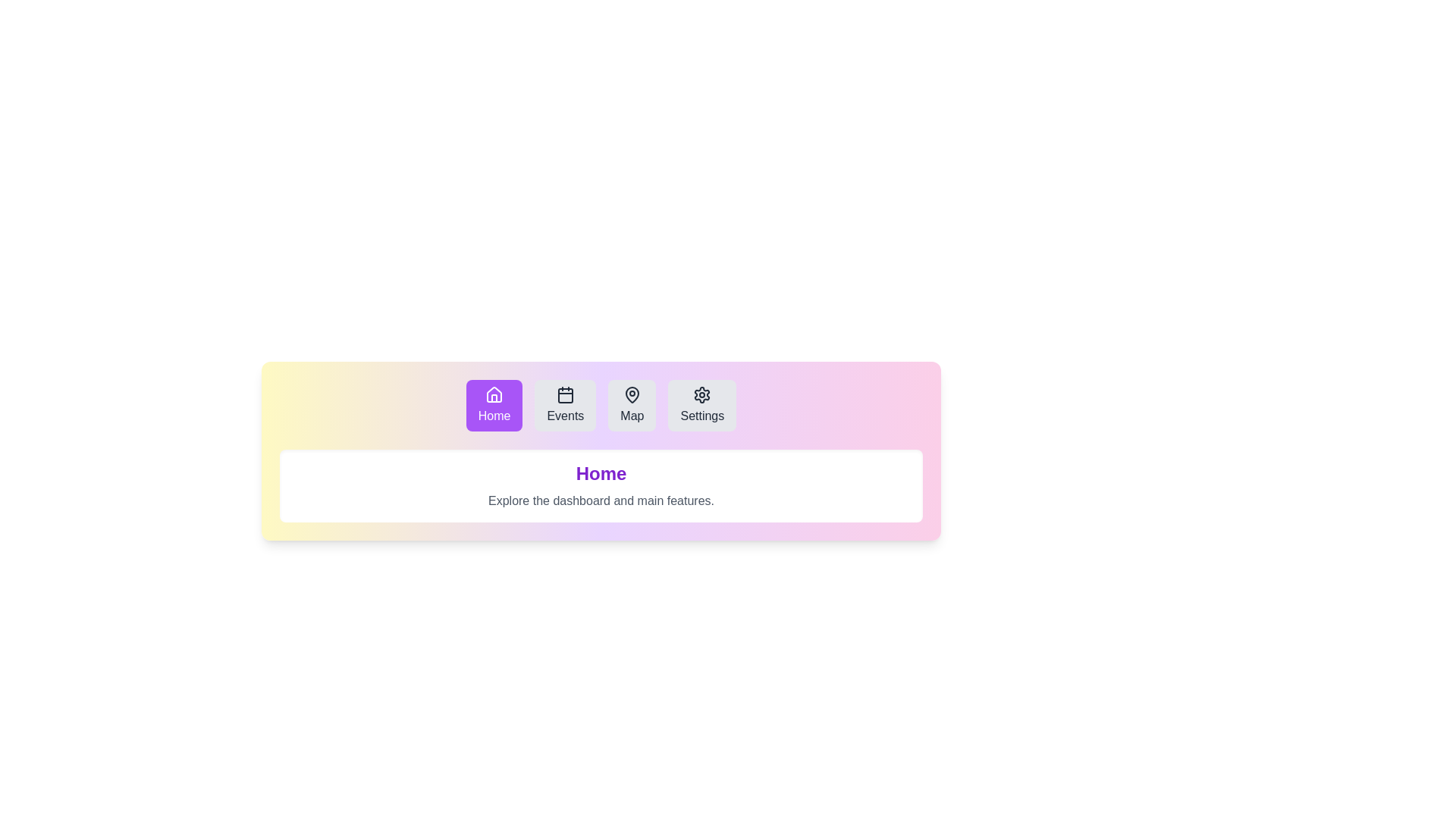  What do you see at coordinates (494, 405) in the screenshot?
I see `the Home tab to select it` at bounding box center [494, 405].